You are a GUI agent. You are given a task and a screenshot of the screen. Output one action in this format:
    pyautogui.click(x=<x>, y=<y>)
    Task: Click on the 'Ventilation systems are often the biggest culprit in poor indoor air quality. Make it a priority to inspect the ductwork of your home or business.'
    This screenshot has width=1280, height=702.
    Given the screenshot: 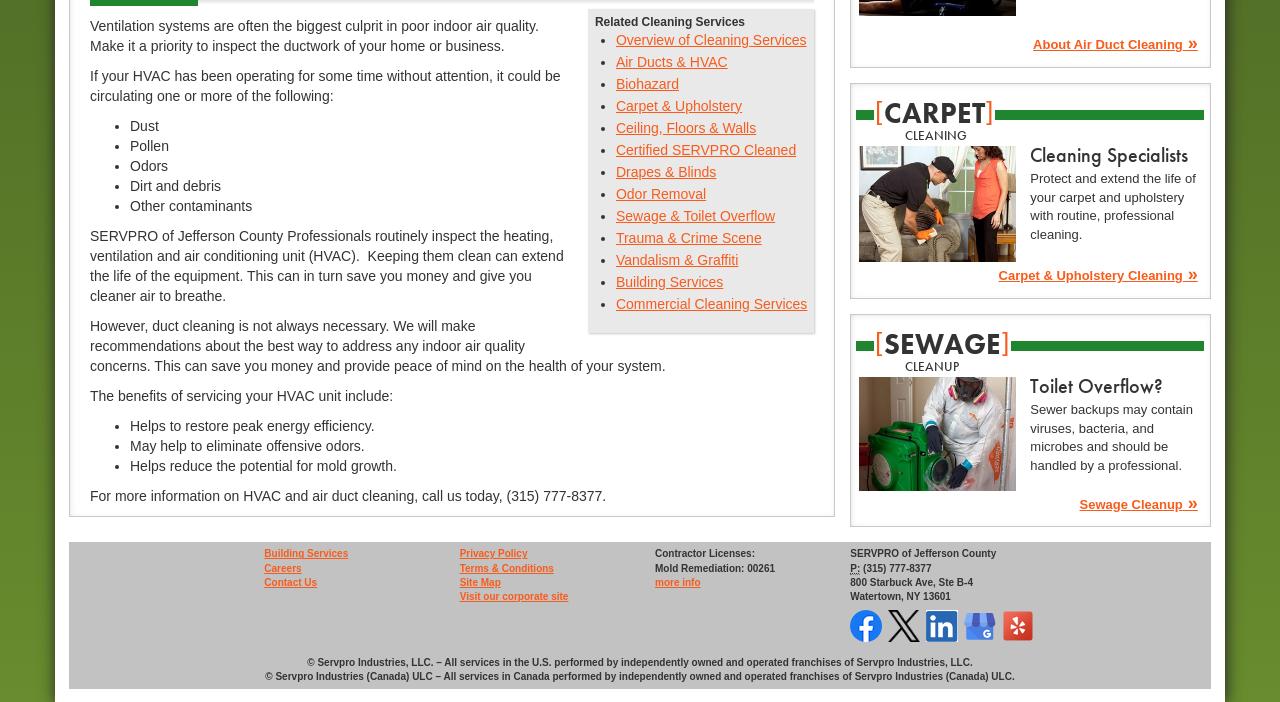 What is the action you would take?
    pyautogui.click(x=88, y=34)
    